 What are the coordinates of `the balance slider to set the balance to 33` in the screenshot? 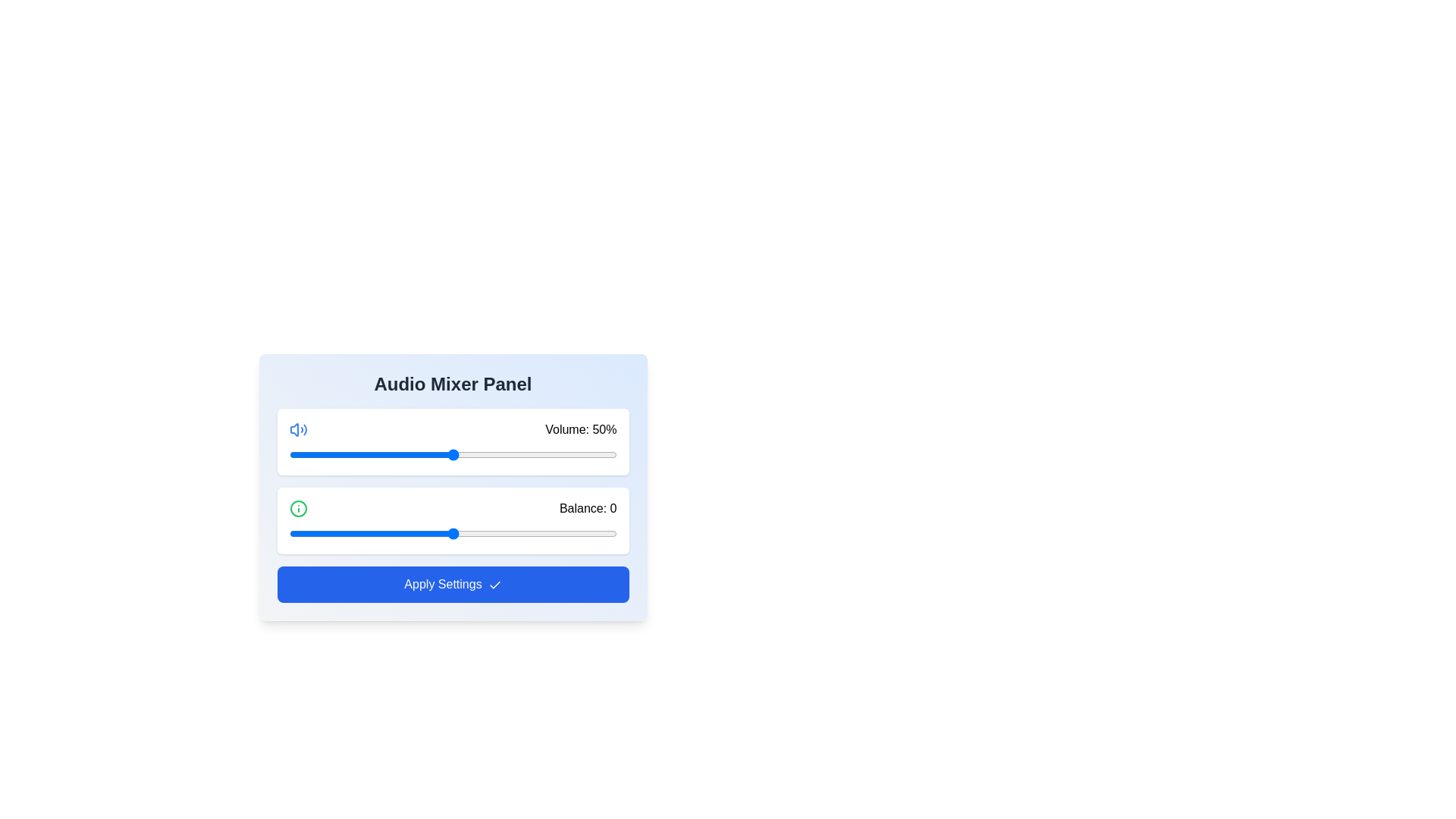 It's located at (560, 533).